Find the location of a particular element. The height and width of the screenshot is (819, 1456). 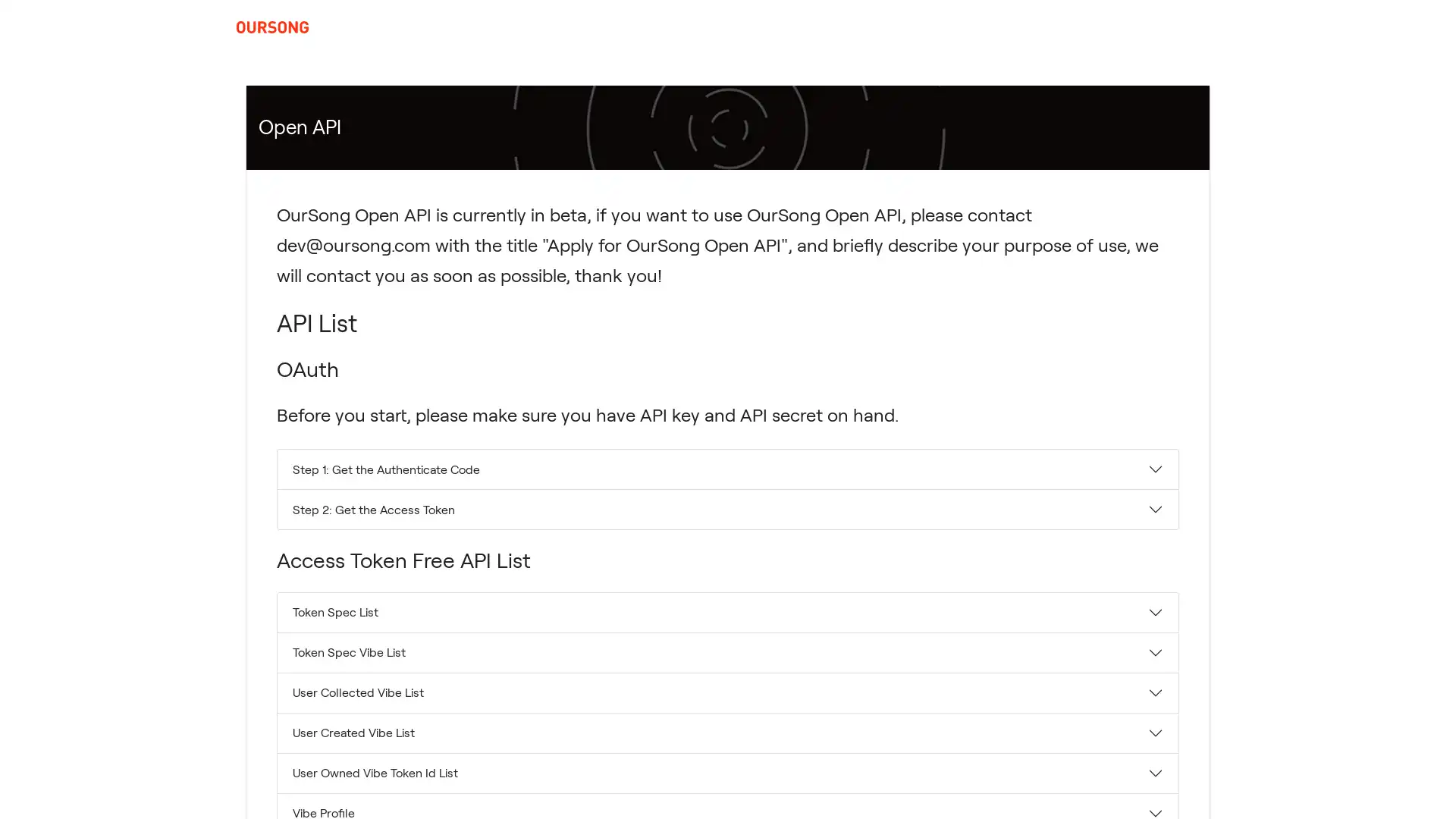

User Owned Vibe Token Id List is located at coordinates (728, 772).